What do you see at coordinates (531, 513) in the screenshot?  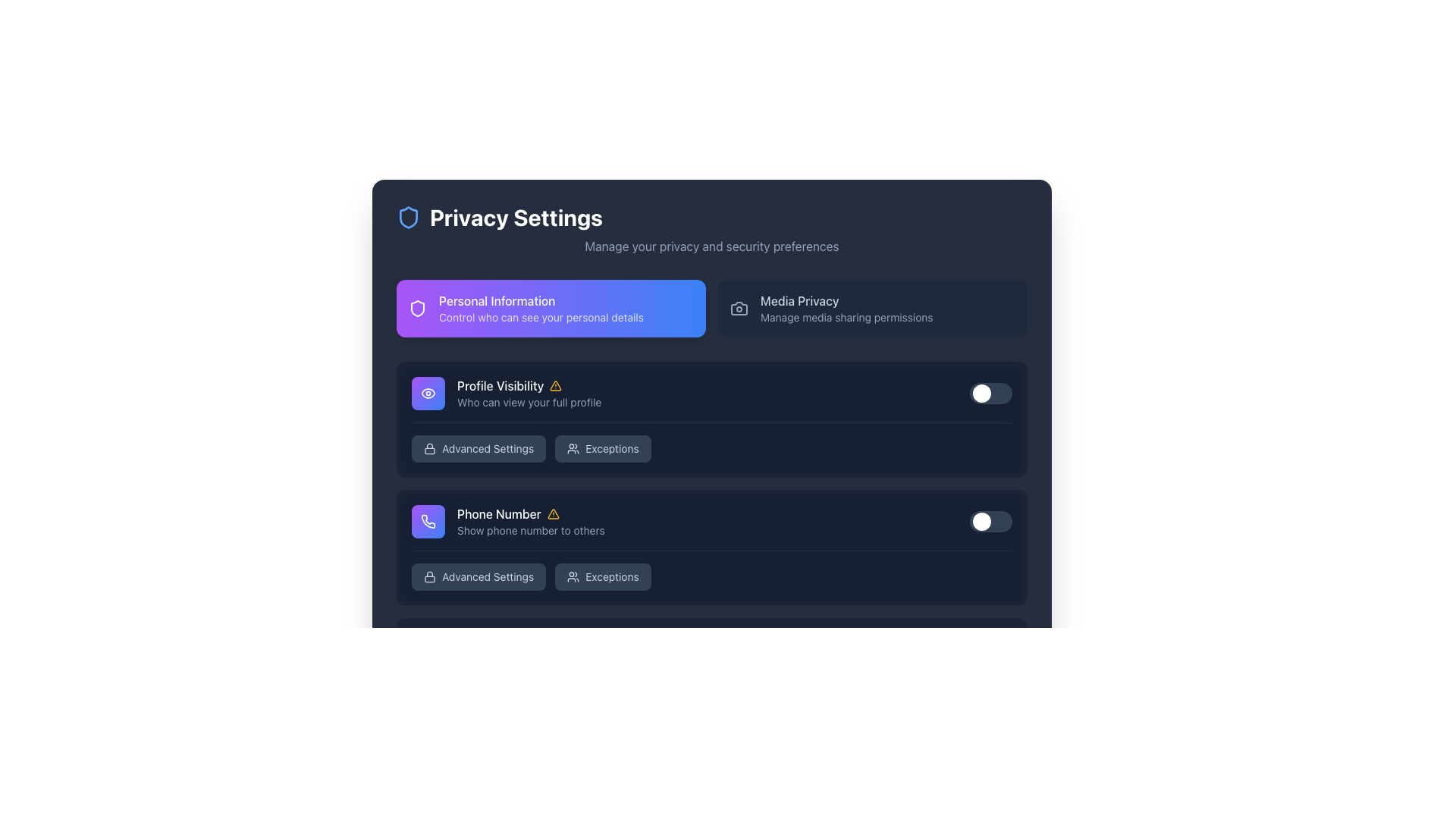 I see `the 'Phone Number' text label in white font, which is aligned with a warning icon and part of the Privacy Settings section` at bounding box center [531, 513].